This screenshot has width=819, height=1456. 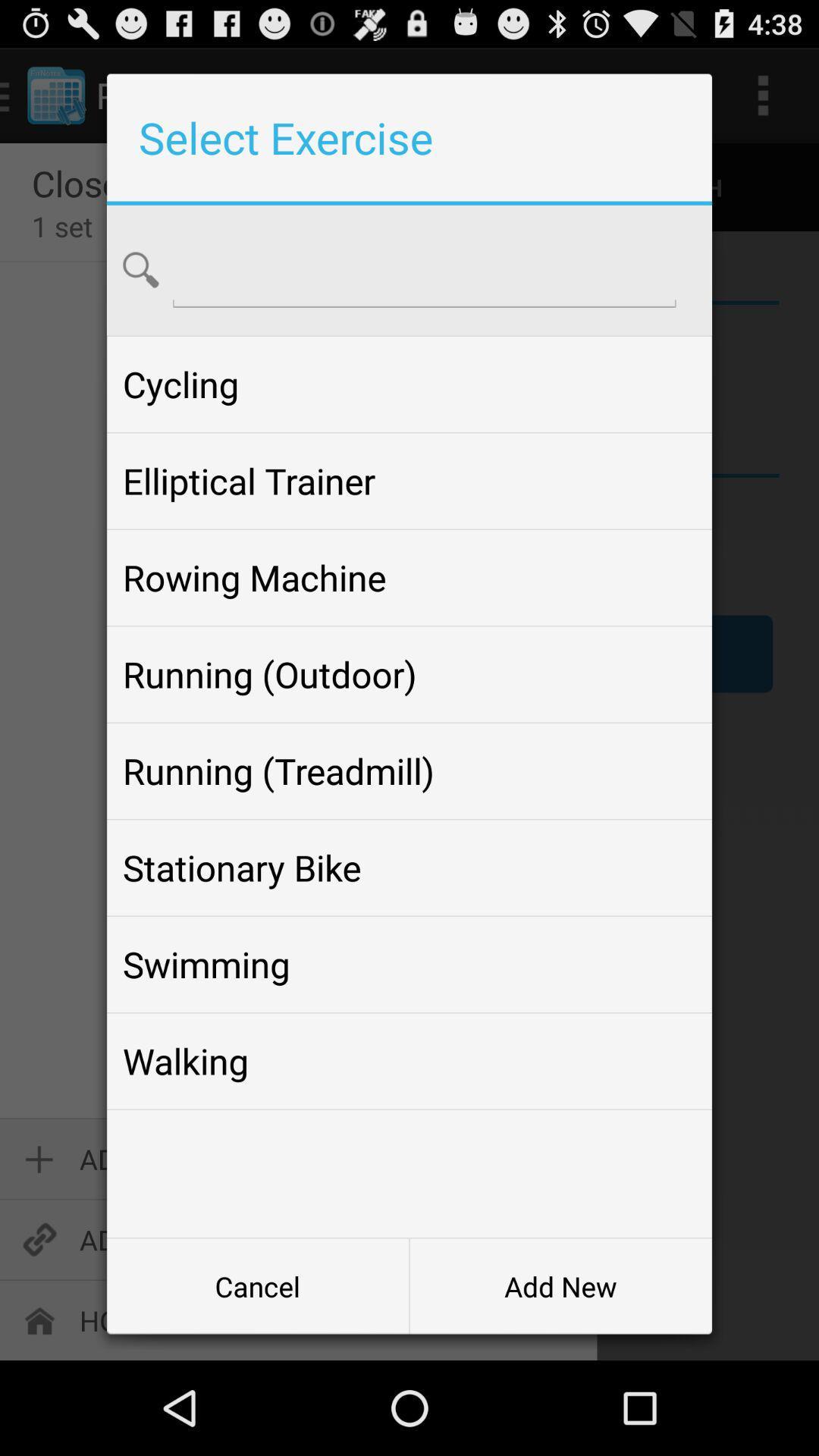 I want to click on the item below the rowing machine app, so click(x=409, y=673).